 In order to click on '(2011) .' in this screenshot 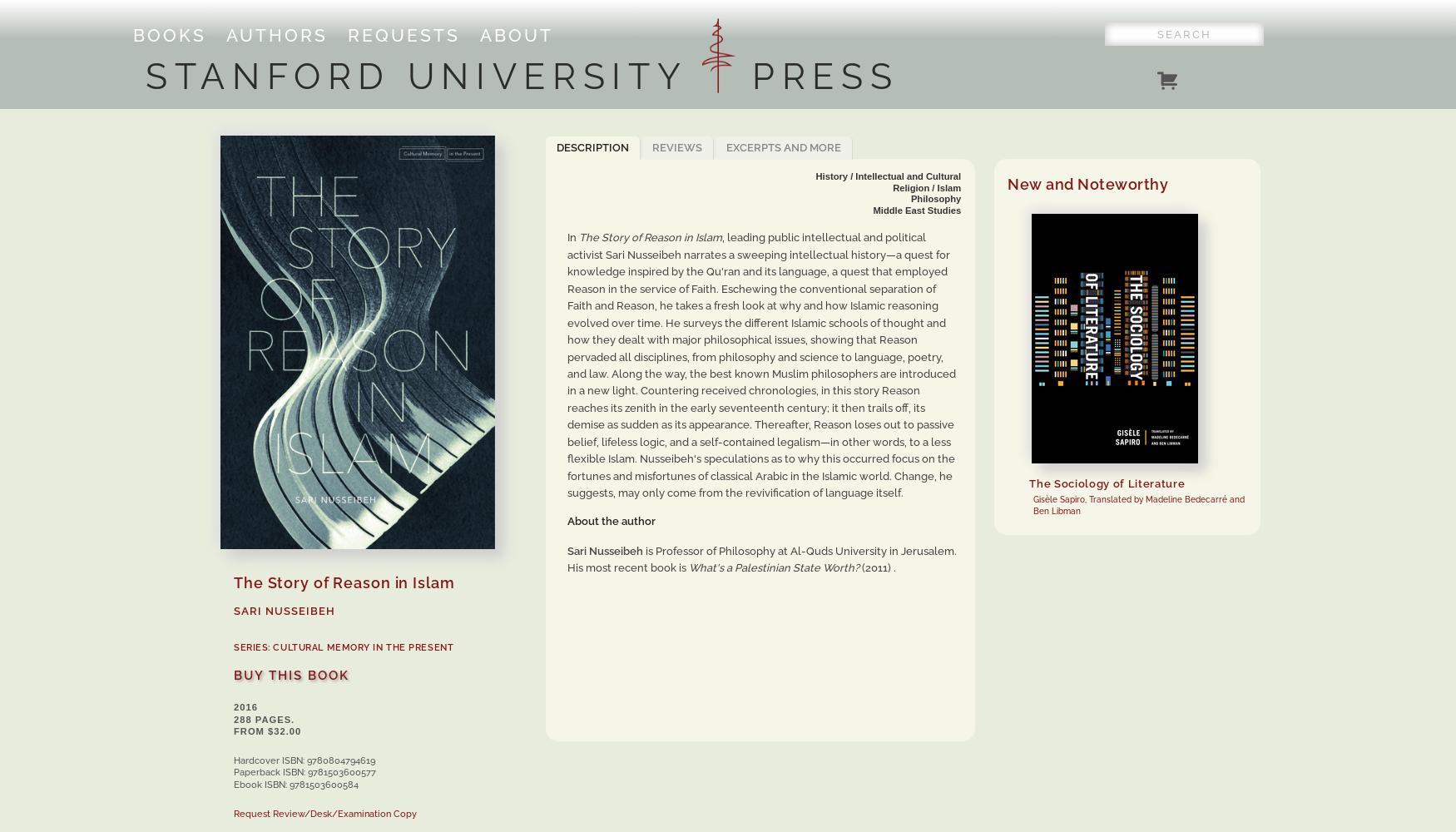, I will do `click(876, 567)`.